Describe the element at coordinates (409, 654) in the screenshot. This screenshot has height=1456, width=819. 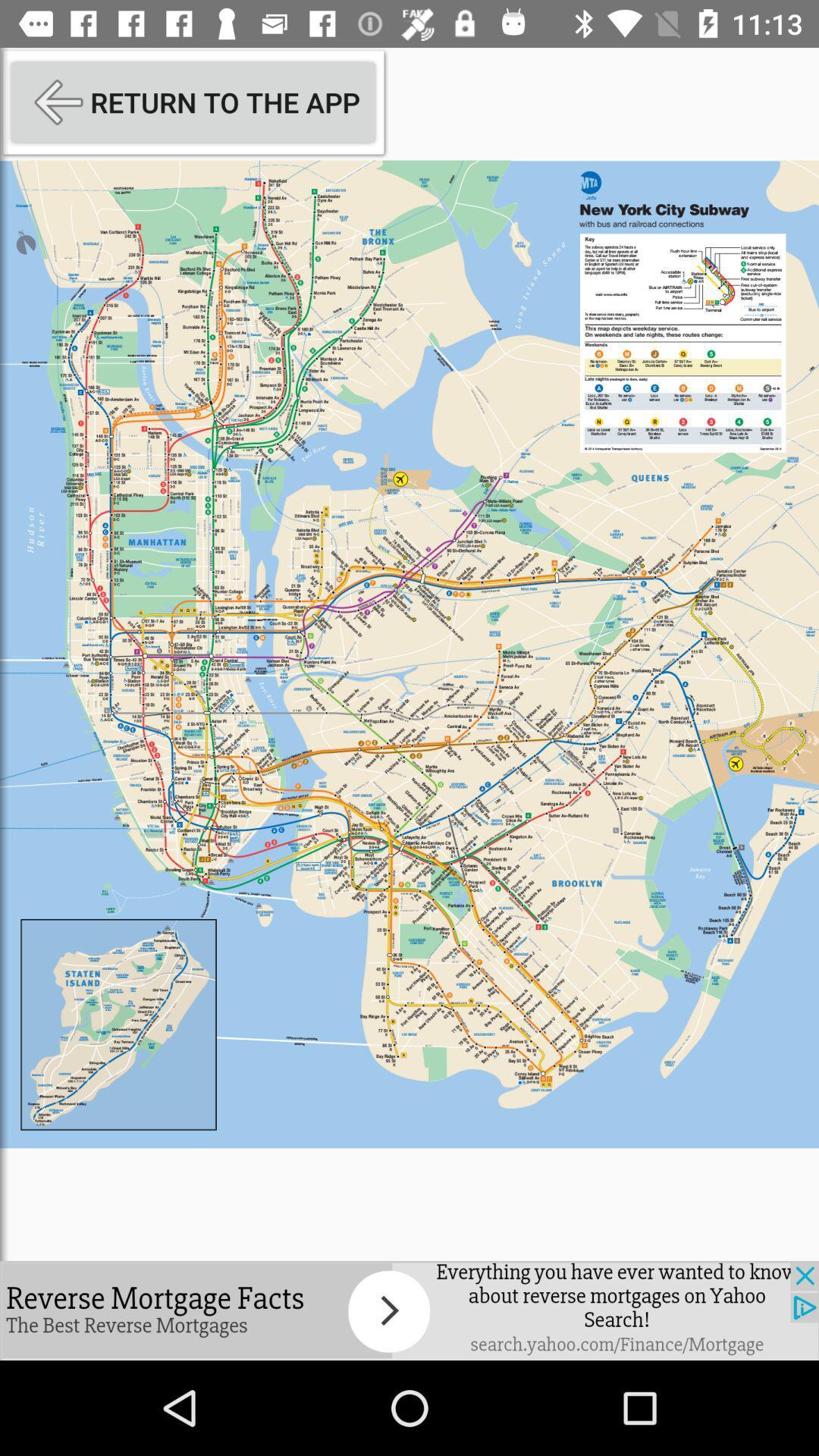
I see `full screen` at that location.